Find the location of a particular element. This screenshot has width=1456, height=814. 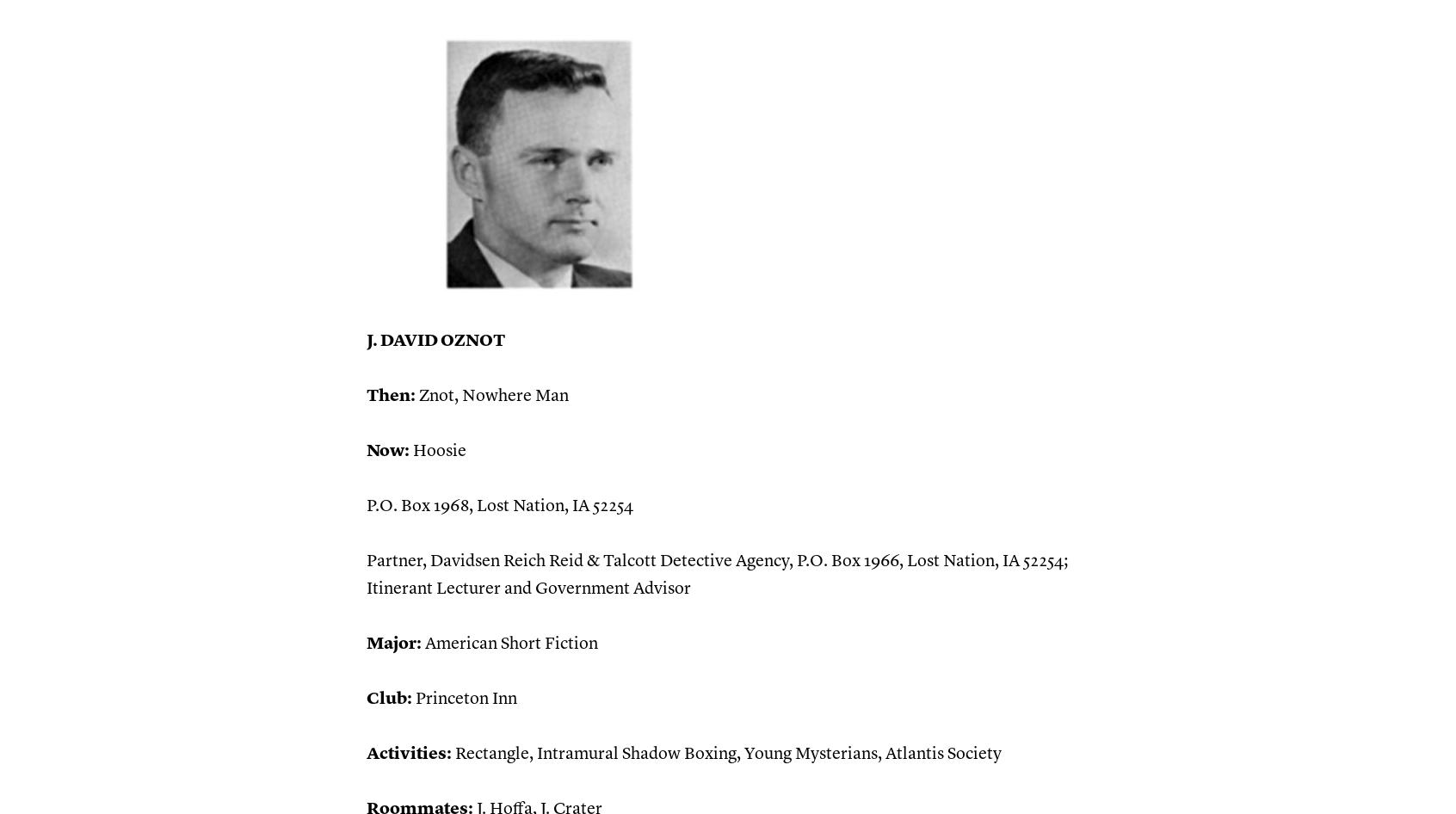

'American Short Fiction' is located at coordinates (509, 643).